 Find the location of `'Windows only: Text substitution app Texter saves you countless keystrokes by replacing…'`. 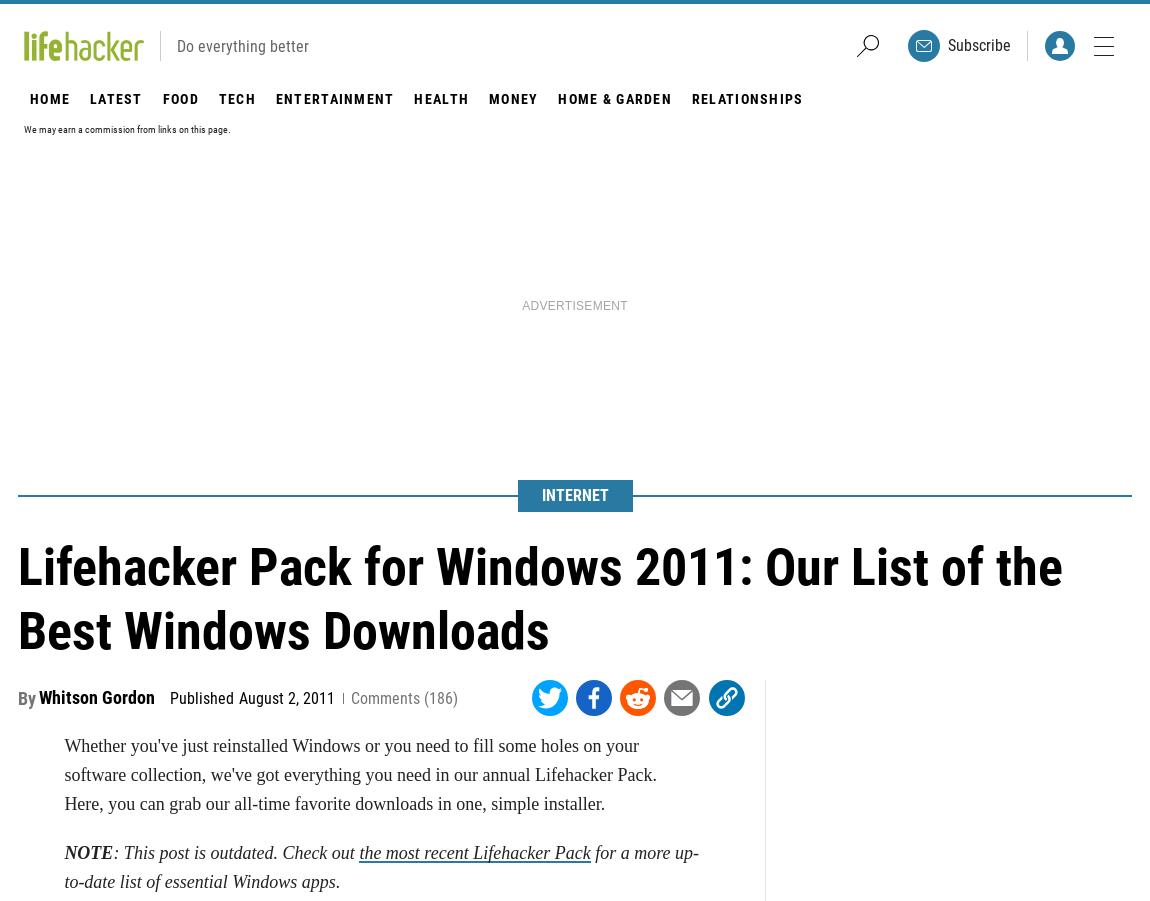

'Windows only: Text substitution app Texter saves you countless keystrokes by replacing…' is located at coordinates (433, 195).